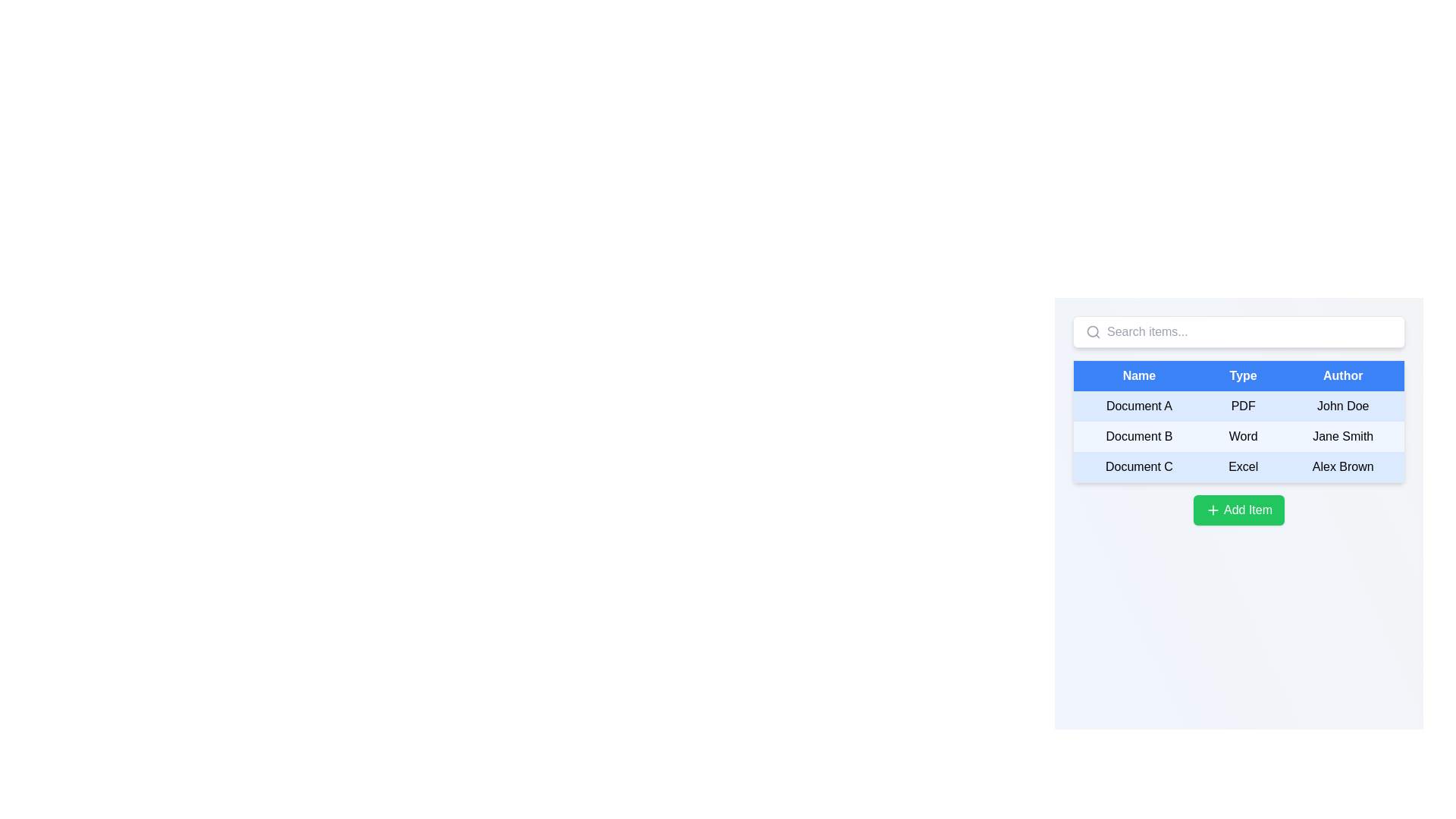 This screenshot has height=819, width=1456. Describe the element at coordinates (1243, 406) in the screenshot. I see `the static text element indicating 'PDF' in the second column of the first row of the table, aligned with 'Document A' and 'John Doe'` at that location.